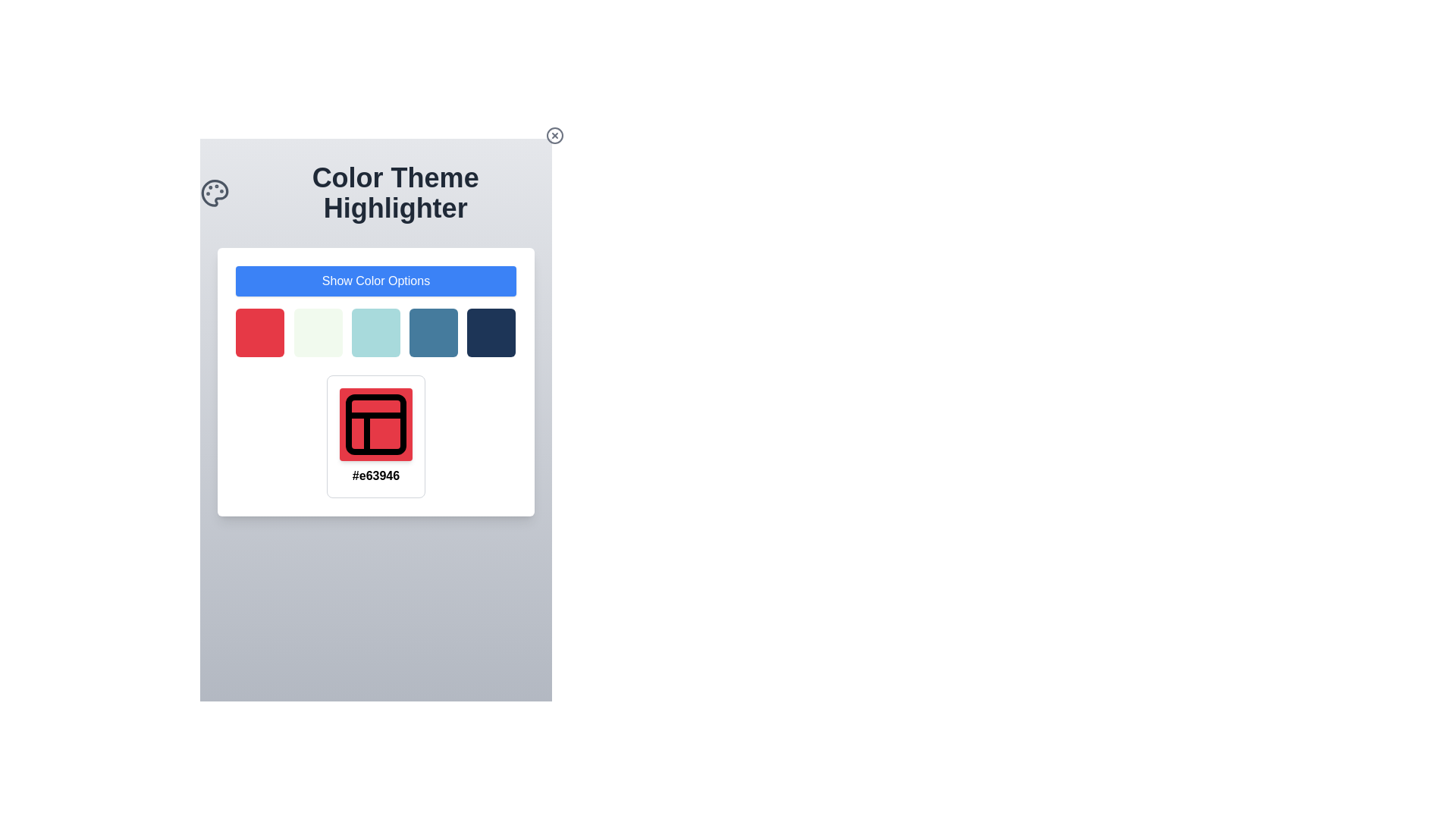  I want to click on the square icon with a red background and black outlines that is centered above the bold text '#e63946', so click(375, 424).